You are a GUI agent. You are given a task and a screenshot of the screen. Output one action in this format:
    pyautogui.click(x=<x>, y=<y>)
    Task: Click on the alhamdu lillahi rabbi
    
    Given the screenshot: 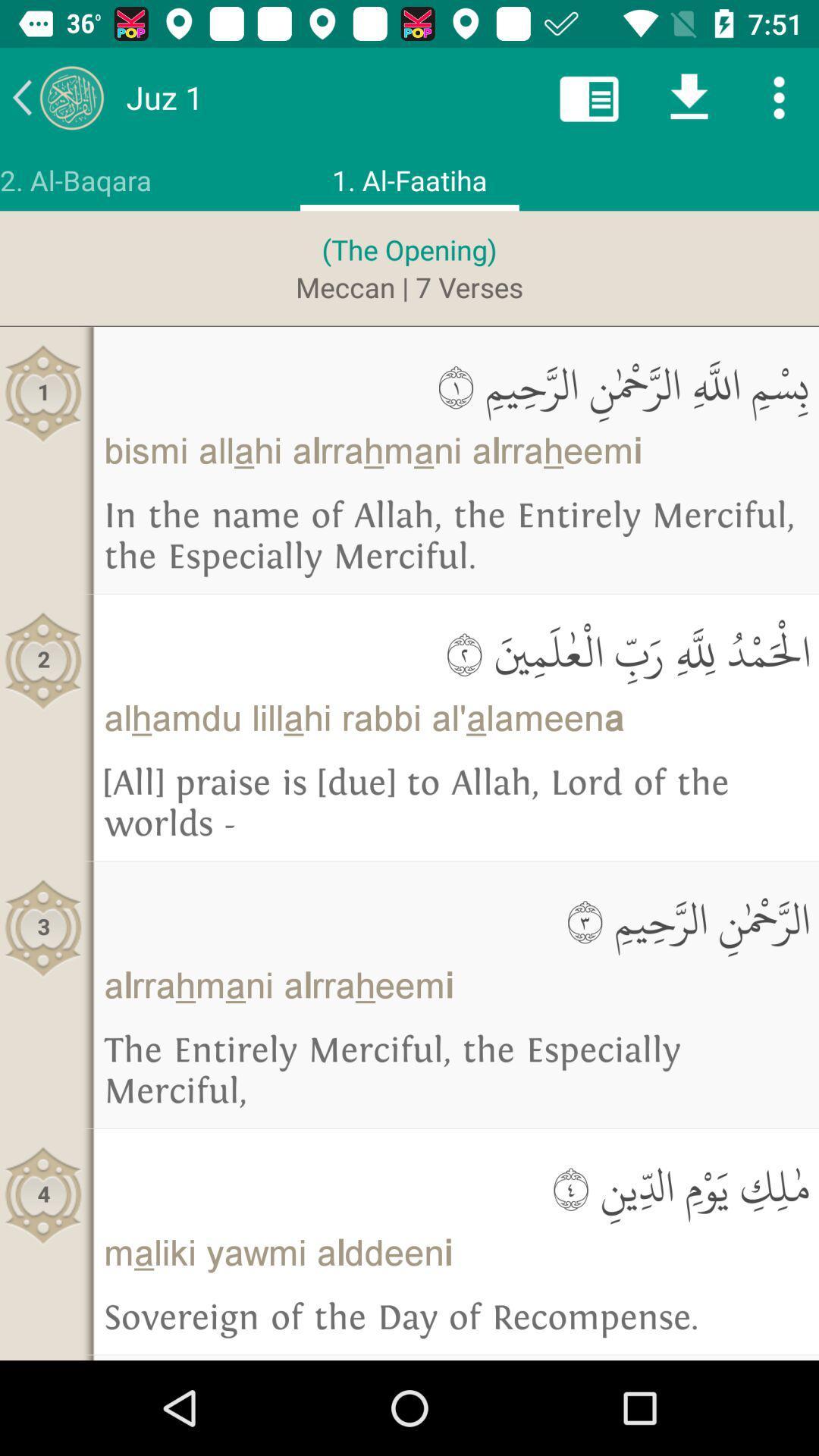 What is the action you would take?
    pyautogui.click(x=455, y=717)
    